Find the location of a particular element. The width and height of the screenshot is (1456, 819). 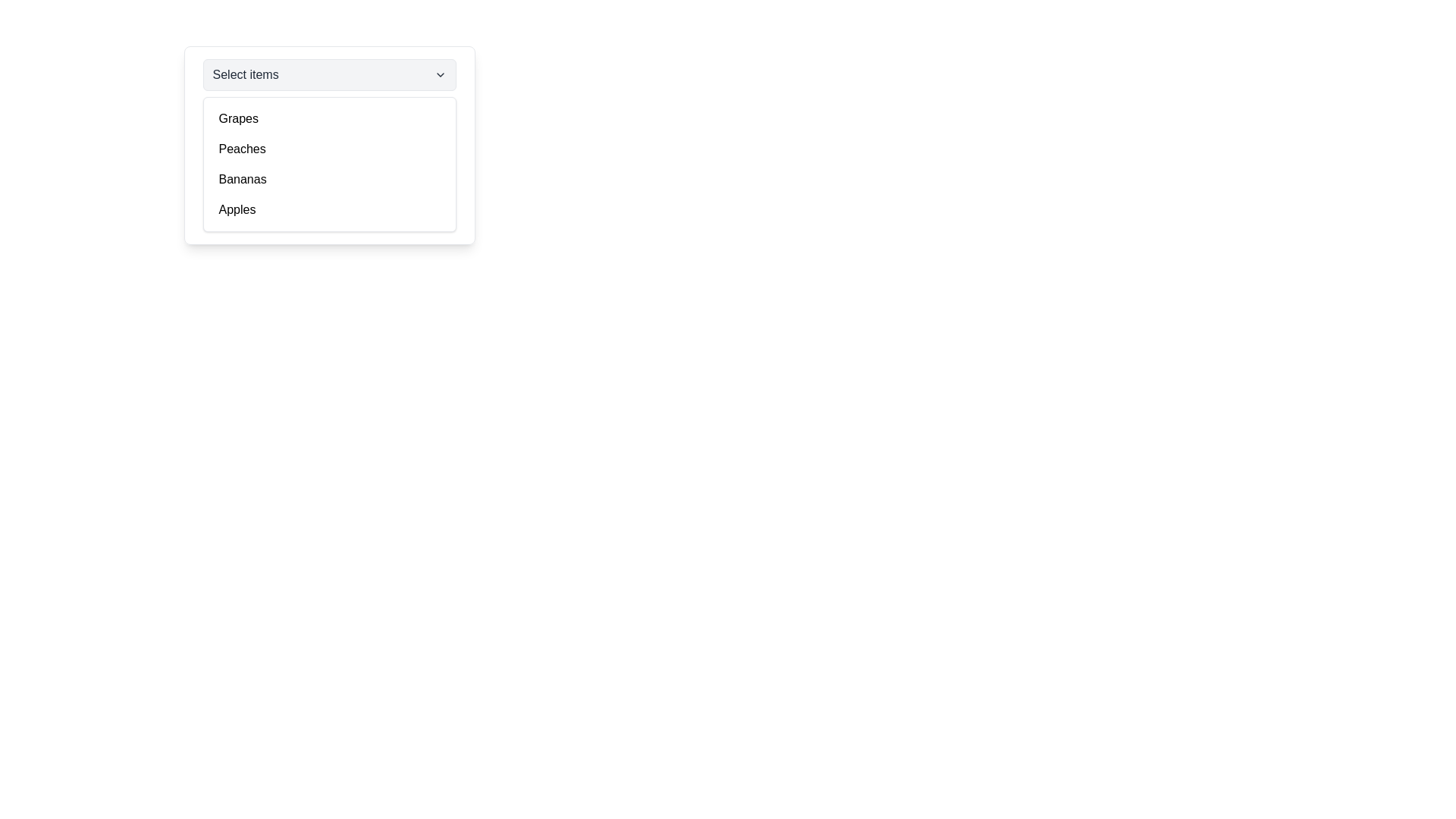

the 'Peaches' option in the dropdown list is located at coordinates (241, 149).